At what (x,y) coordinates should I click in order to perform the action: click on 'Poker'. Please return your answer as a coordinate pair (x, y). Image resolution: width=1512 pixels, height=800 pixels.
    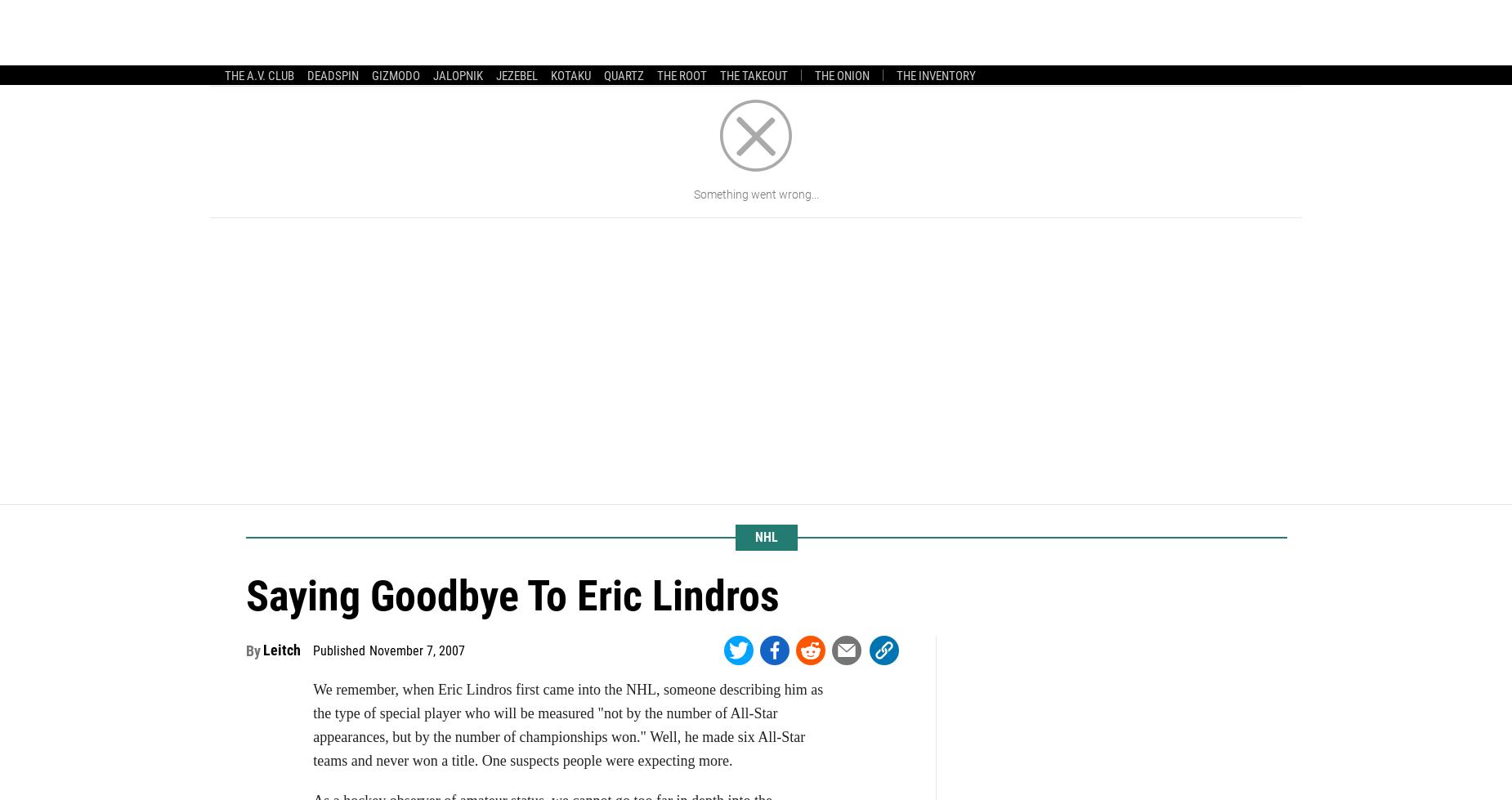
    Looking at the image, I should click on (1015, 45).